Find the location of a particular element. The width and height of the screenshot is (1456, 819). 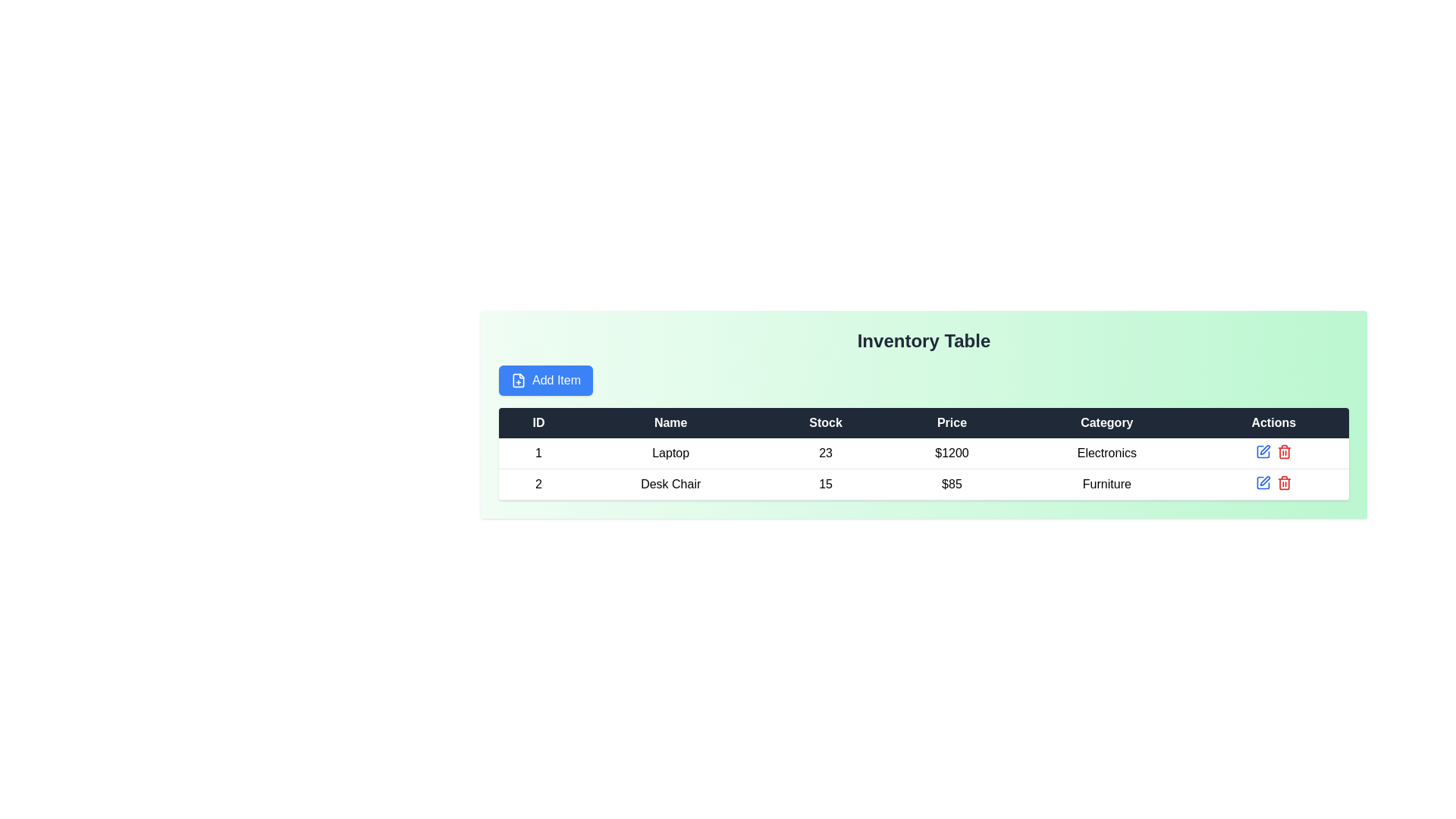

text 'Desk Chair' from the Label located in the second row of the table under the 'Name' column is located at coordinates (670, 485).